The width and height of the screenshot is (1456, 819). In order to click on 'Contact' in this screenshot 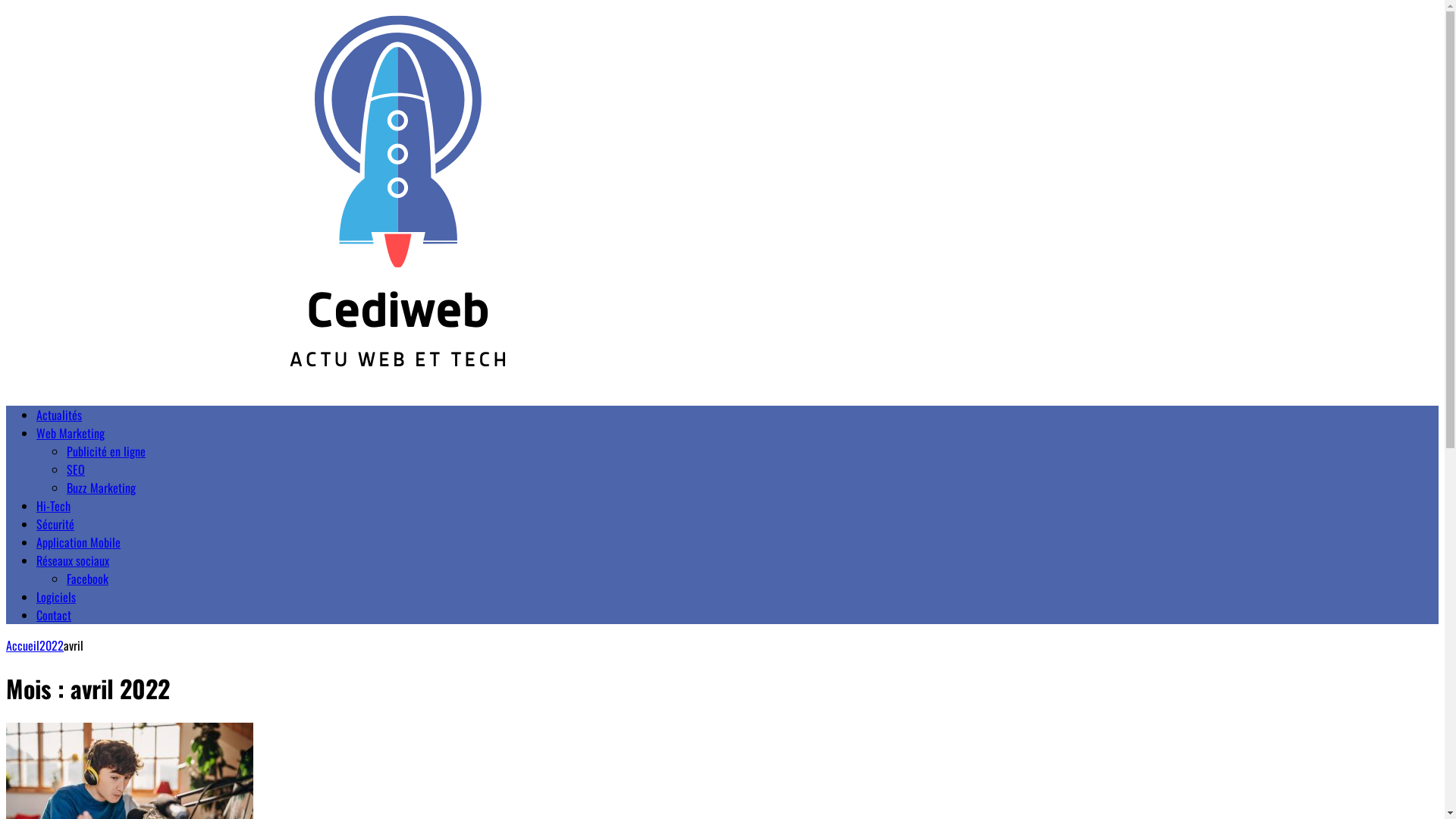, I will do `click(54, 614)`.